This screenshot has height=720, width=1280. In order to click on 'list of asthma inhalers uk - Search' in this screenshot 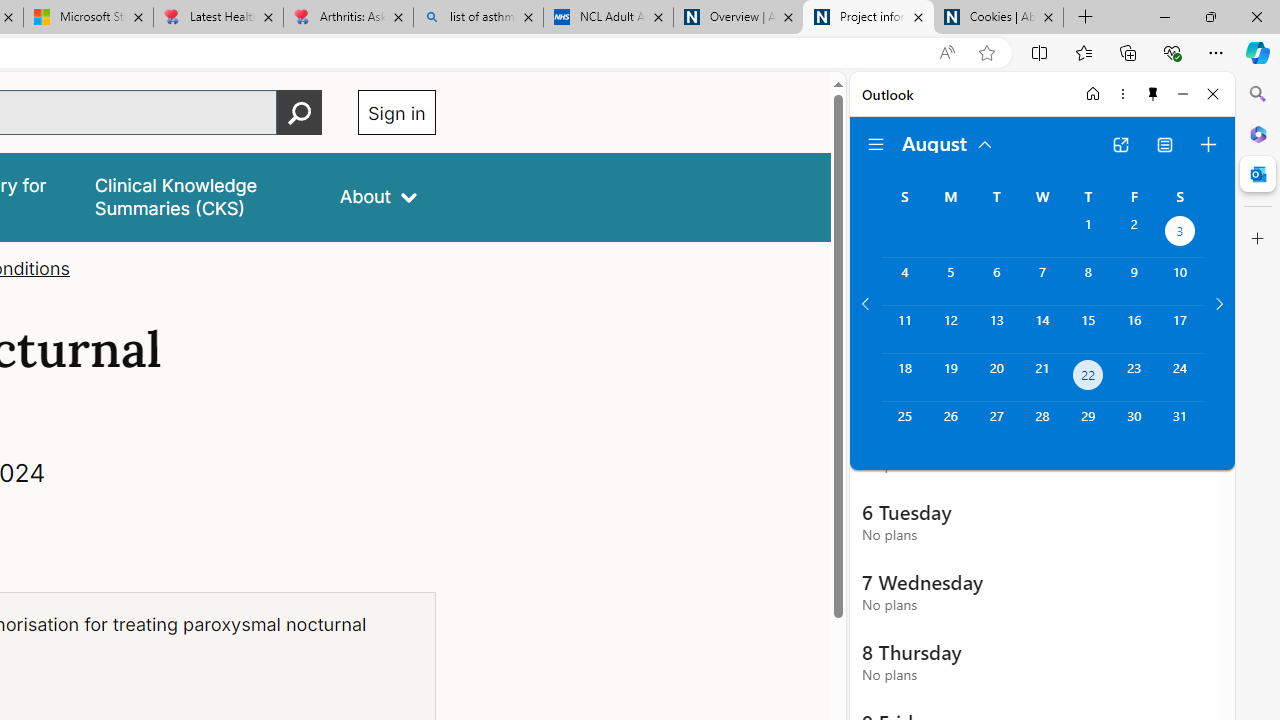, I will do `click(477, 17)`.